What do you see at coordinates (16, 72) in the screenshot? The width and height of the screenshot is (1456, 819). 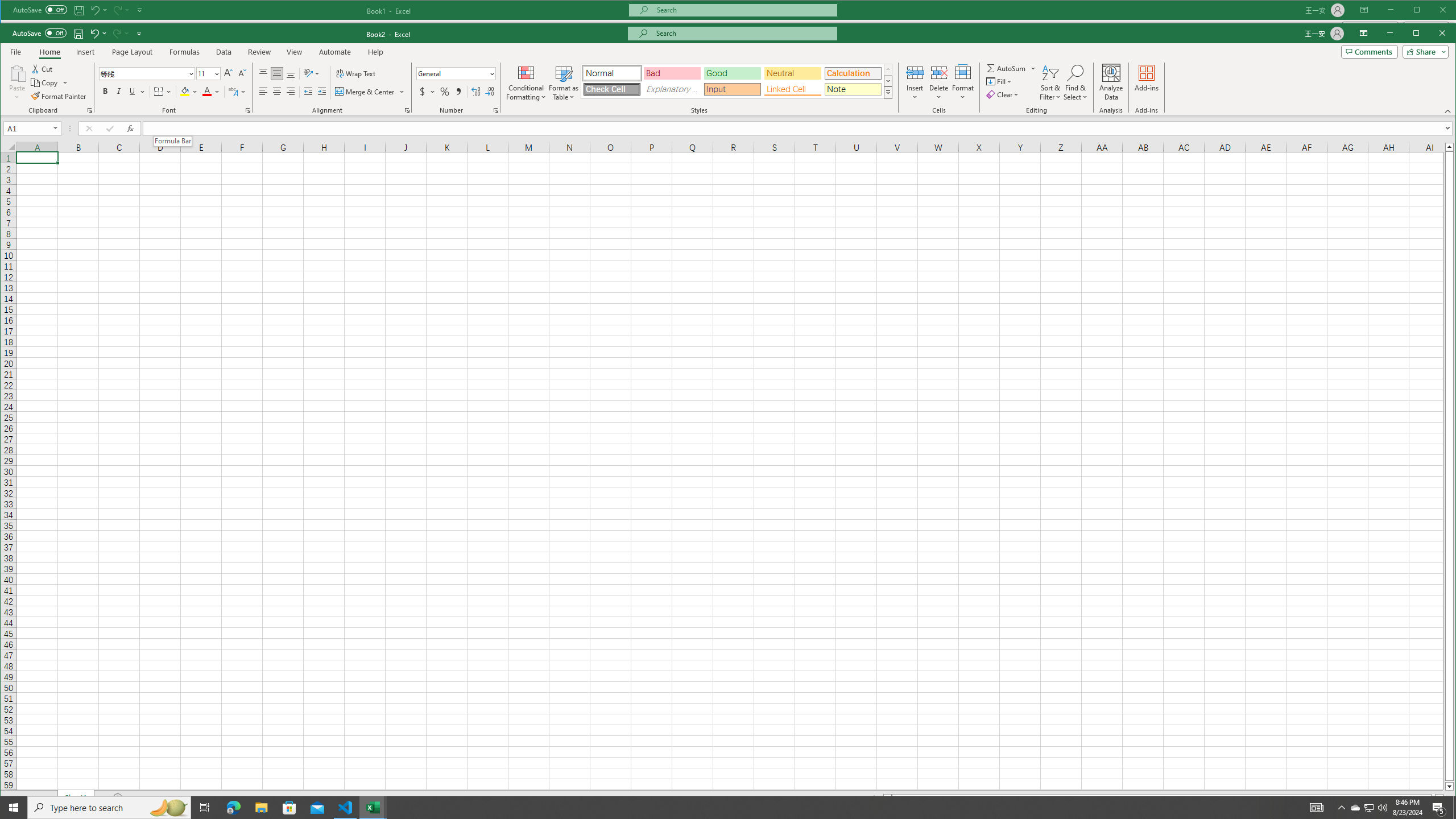 I see `'Paste'` at bounding box center [16, 72].